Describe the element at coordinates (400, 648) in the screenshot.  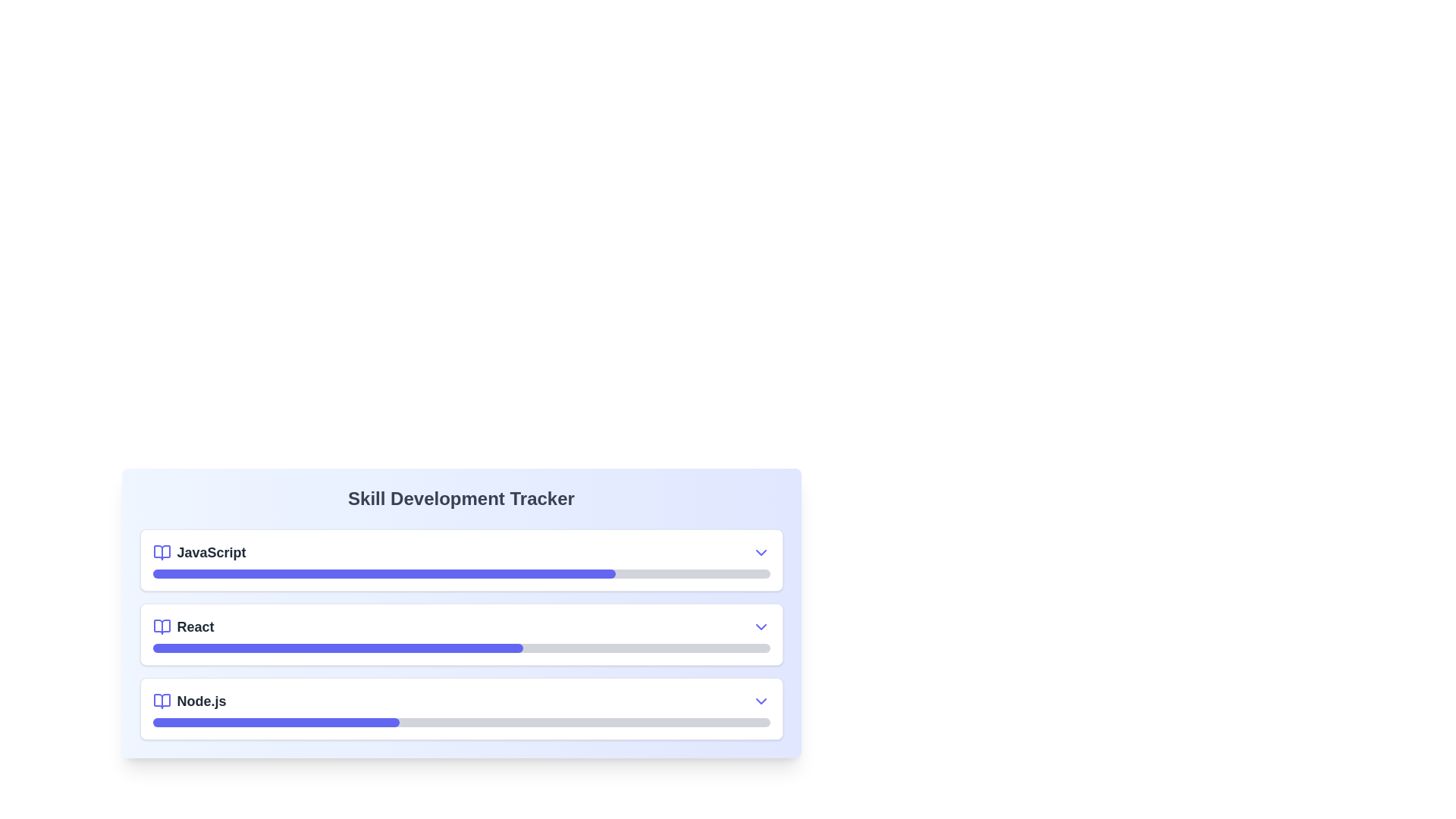
I see `the progress of the bar` at that location.